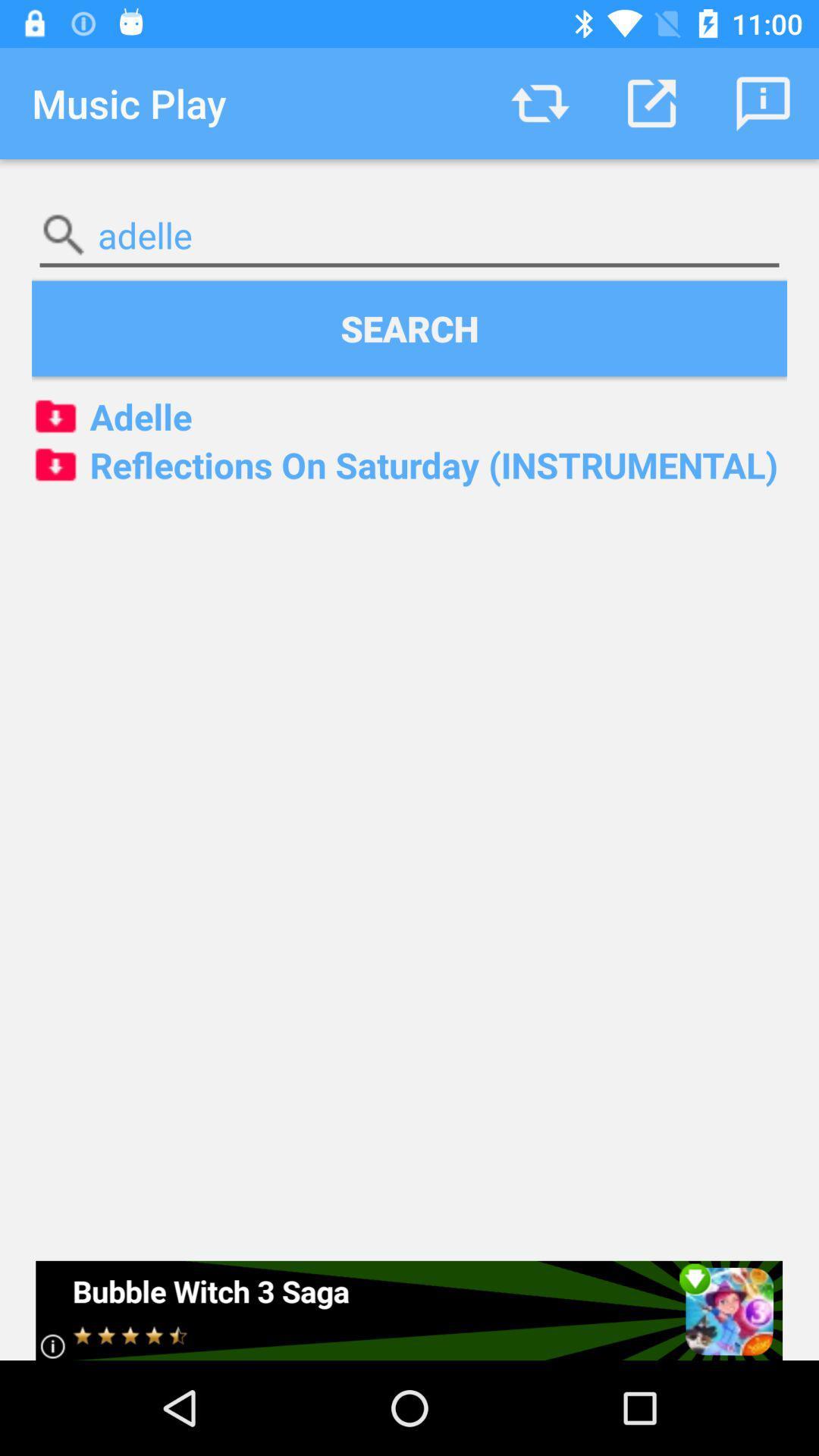  I want to click on reflections on saturday icon, so click(409, 464).